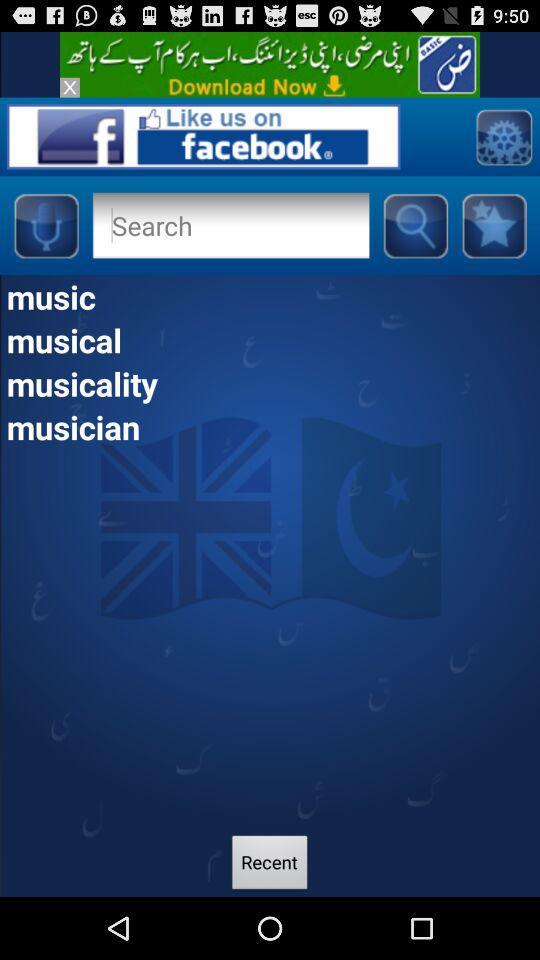 The image size is (540, 960). Describe the element at coordinates (414, 225) in the screenshot. I see `search` at that location.